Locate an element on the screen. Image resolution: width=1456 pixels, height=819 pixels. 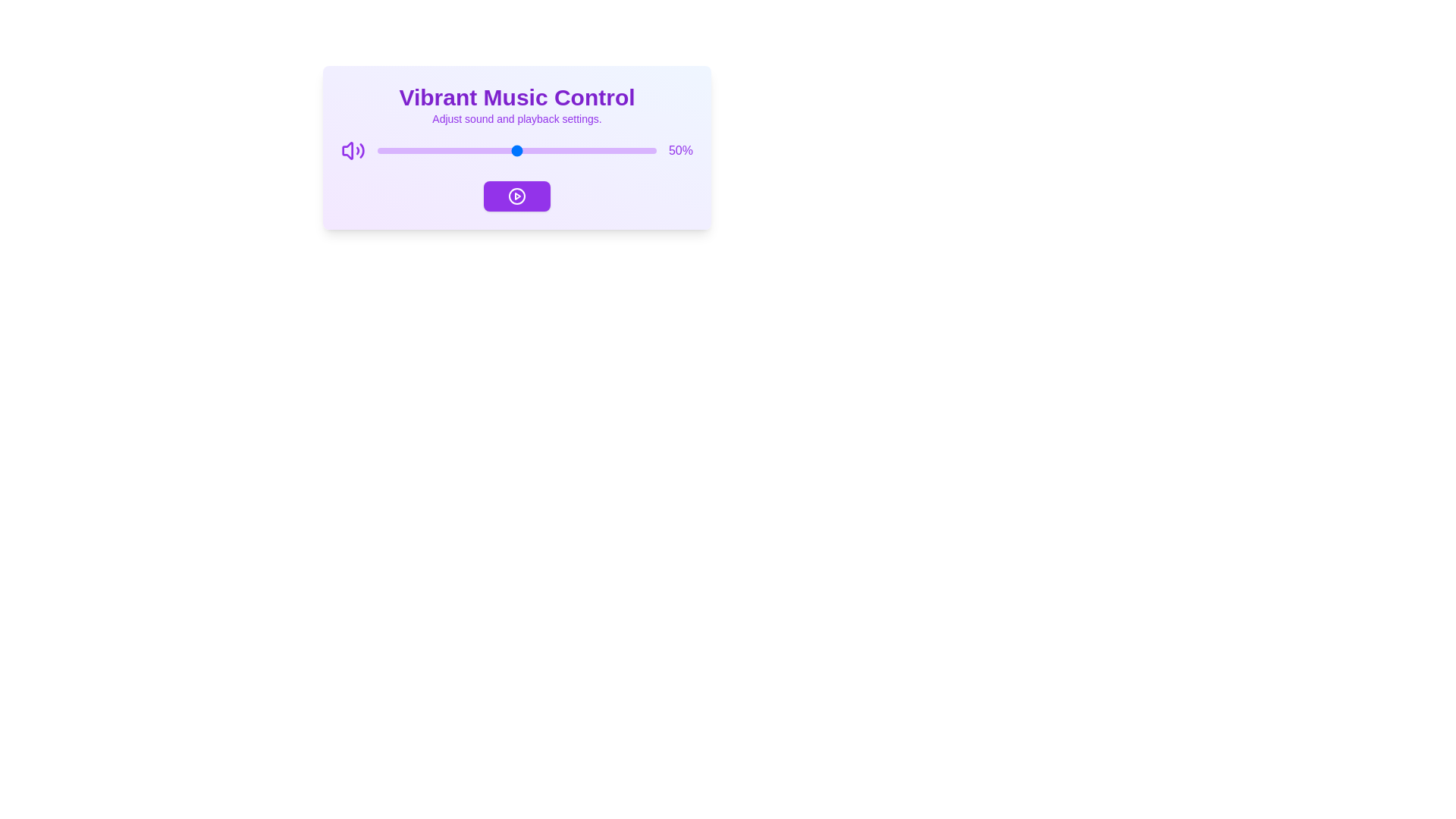
the volume slider to 77% is located at coordinates (591, 151).